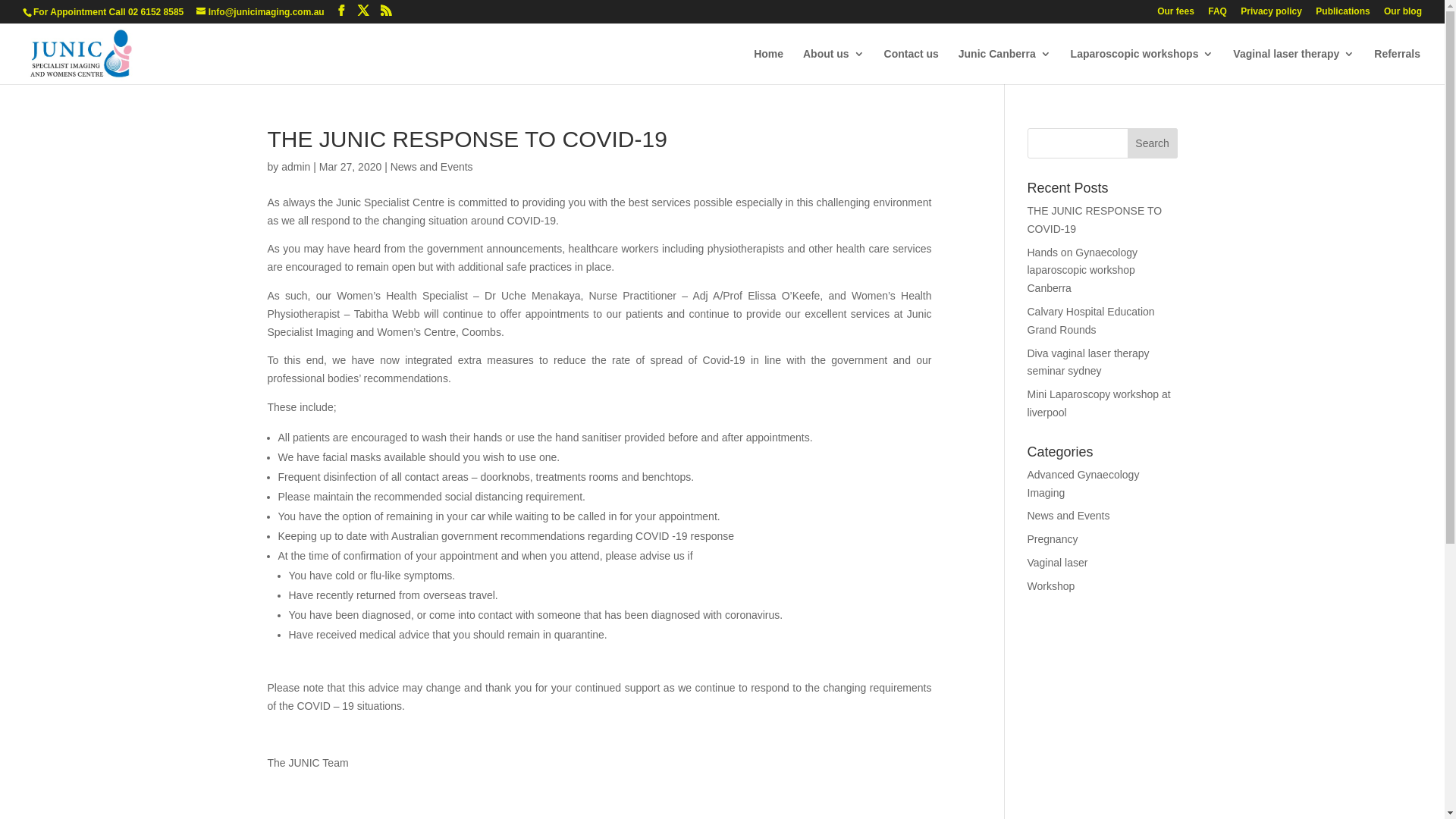  Describe the element at coordinates (768, 65) in the screenshot. I see `'Home'` at that location.